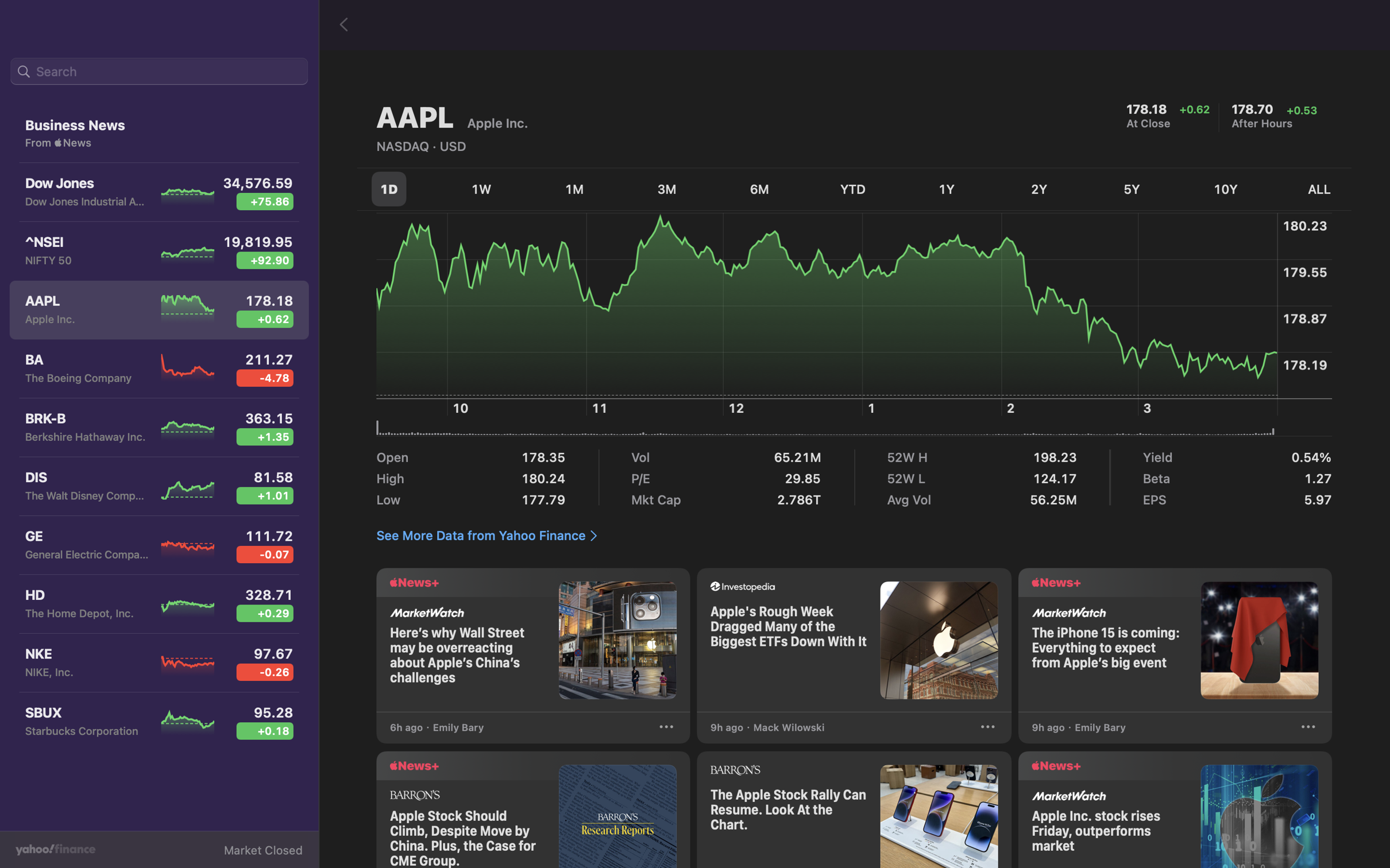 This screenshot has height=868, width=1390. What do you see at coordinates (1134, 189) in the screenshot?
I see `Review the fluctuation in stocks over the last five years` at bounding box center [1134, 189].